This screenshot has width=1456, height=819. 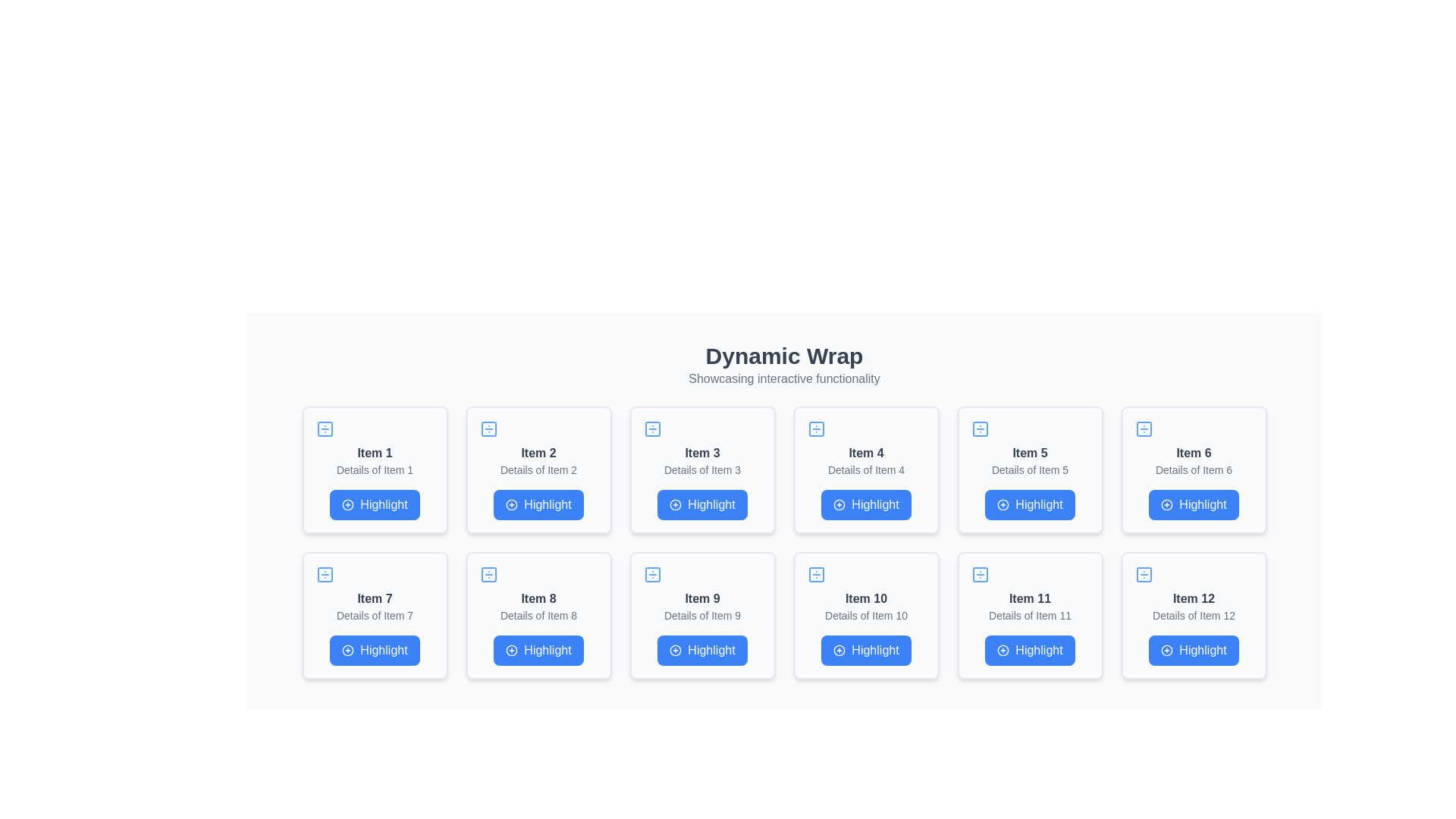 What do you see at coordinates (1193, 469) in the screenshot?
I see `the text label that reads 'Details of Item 6', which is styled in a small gray font and located within the card layout for 'Item 6', positioned below the main title and above the blue 'Highlight' button` at bounding box center [1193, 469].